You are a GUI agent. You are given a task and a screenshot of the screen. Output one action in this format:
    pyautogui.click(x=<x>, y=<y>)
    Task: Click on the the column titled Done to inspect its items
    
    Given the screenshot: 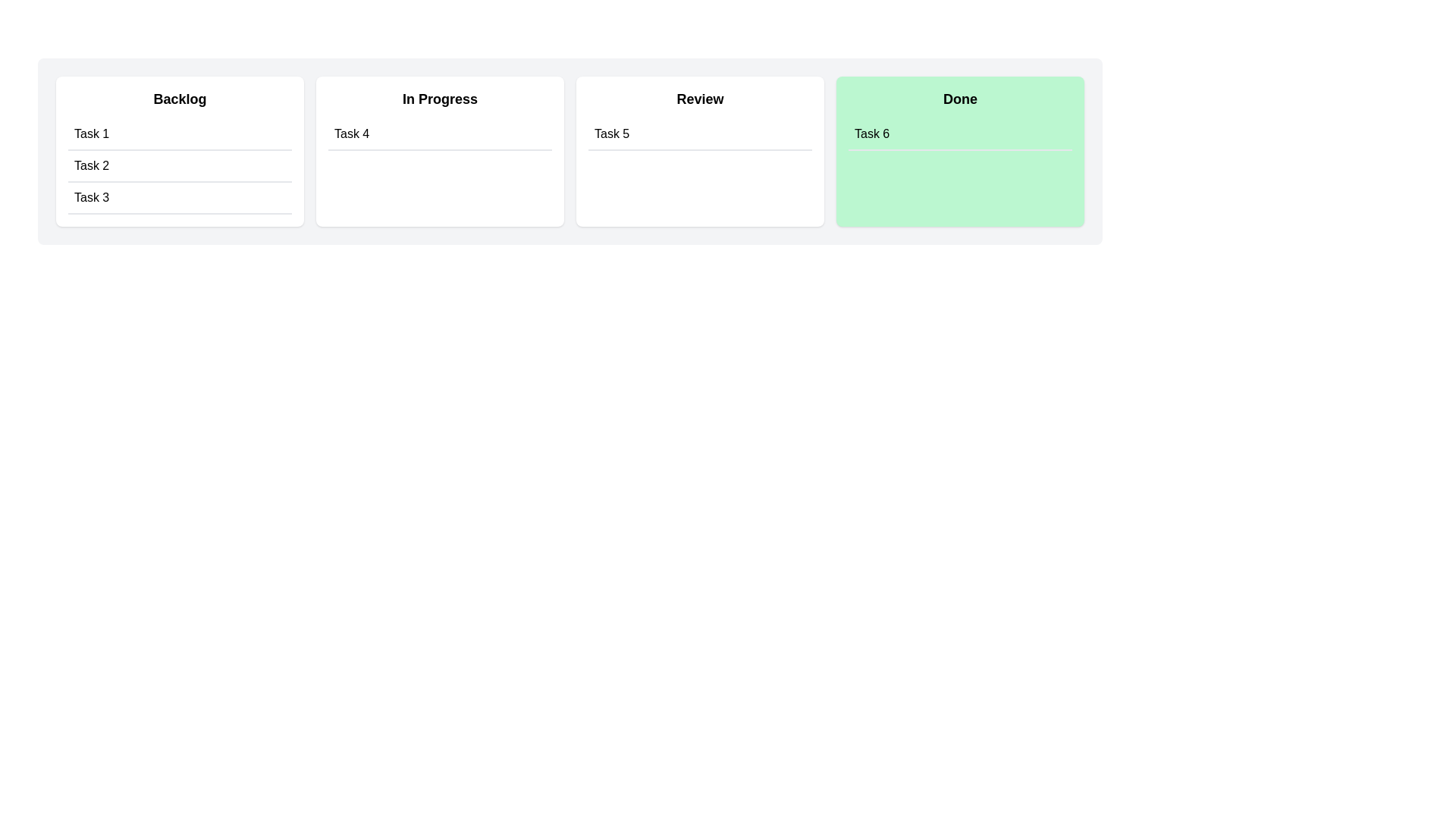 What is the action you would take?
    pyautogui.click(x=959, y=152)
    